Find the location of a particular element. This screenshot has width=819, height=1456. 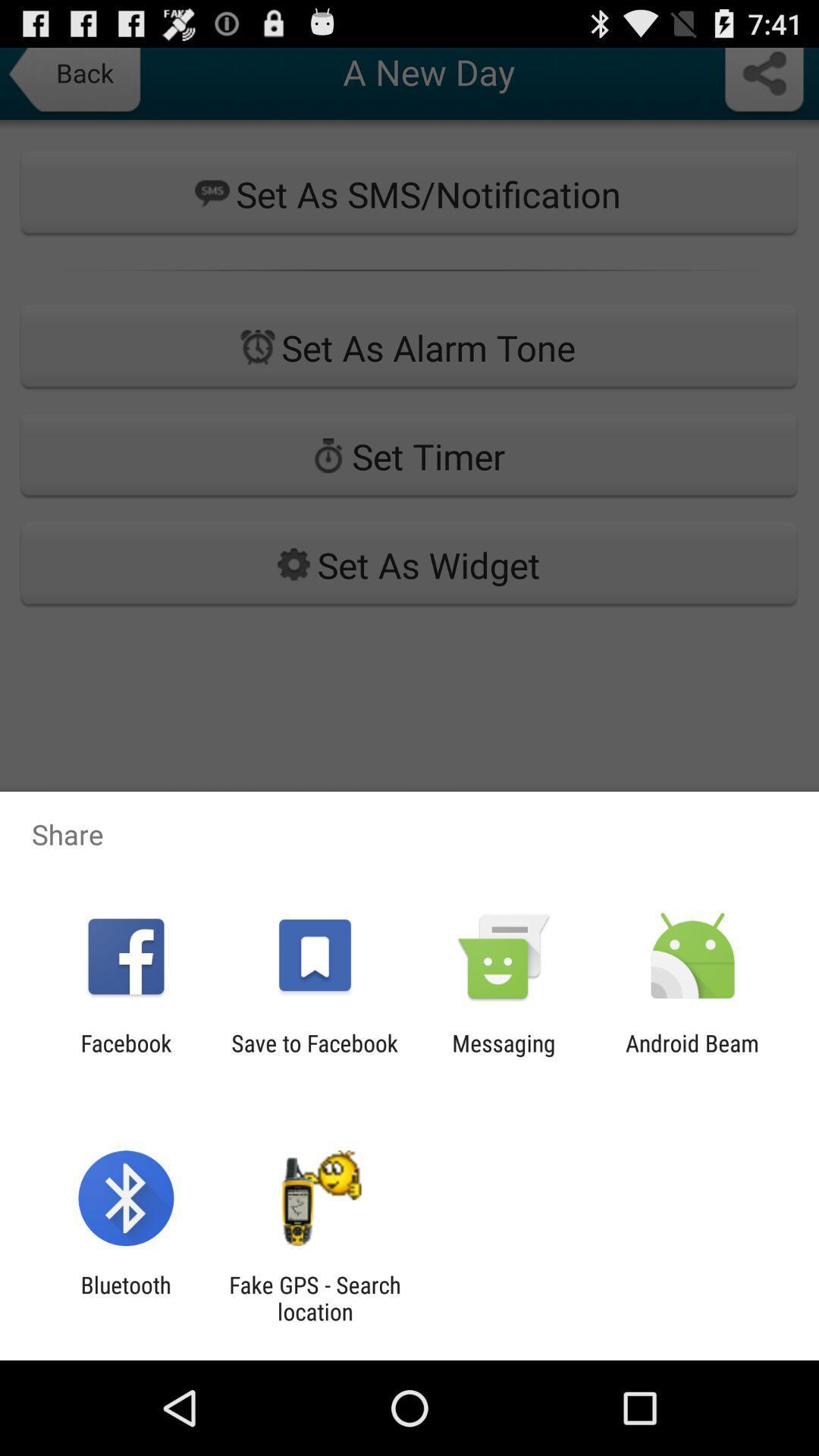

the app to the right of the messaging item is located at coordinates (692, 1056).